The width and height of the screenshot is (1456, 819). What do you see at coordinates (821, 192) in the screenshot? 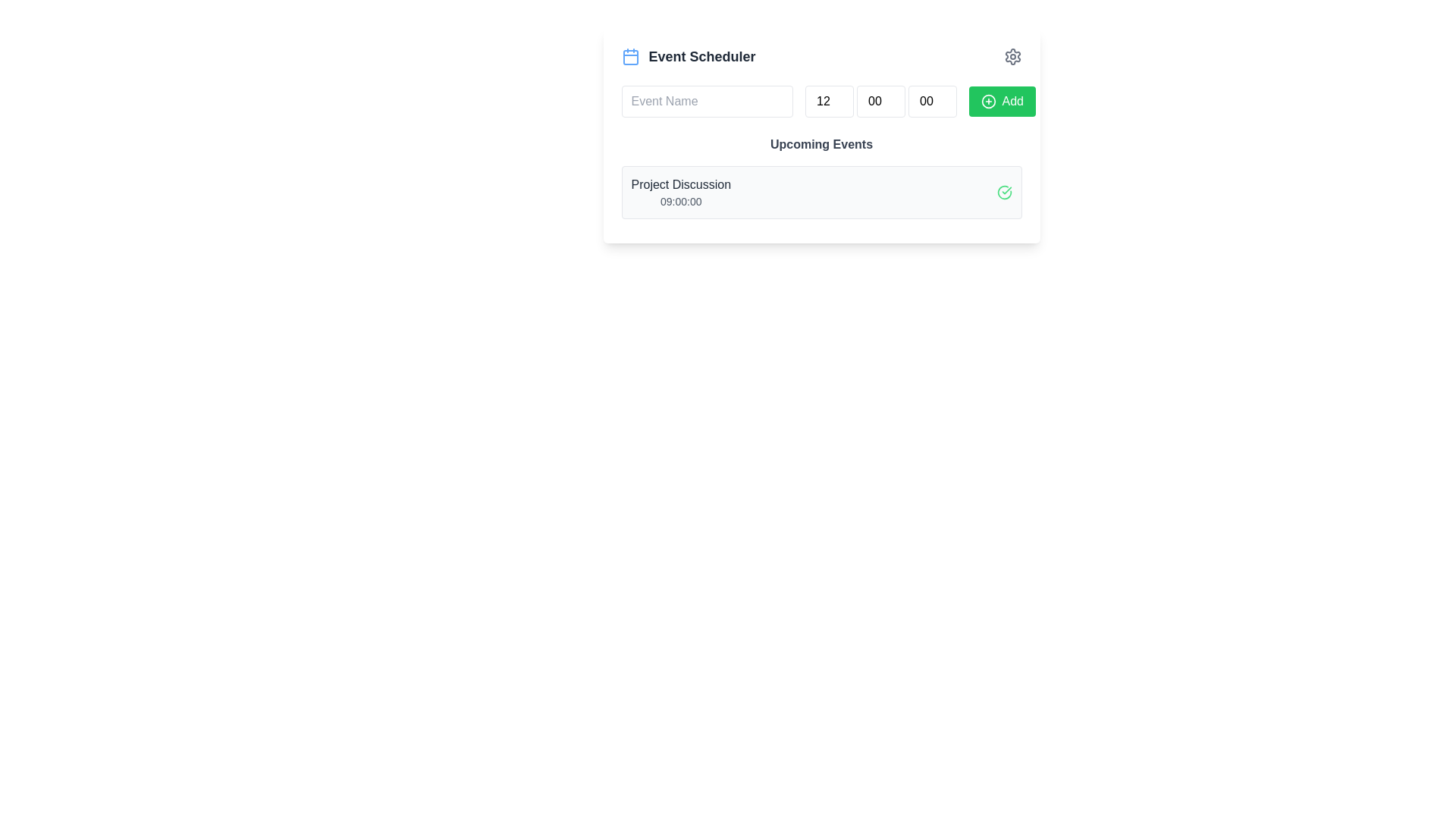
I see `the first list item under the 'Upcoming Events' section containing the title 'Project Discussion' and the time '09:00:00'` at bounding box center [821, 192].